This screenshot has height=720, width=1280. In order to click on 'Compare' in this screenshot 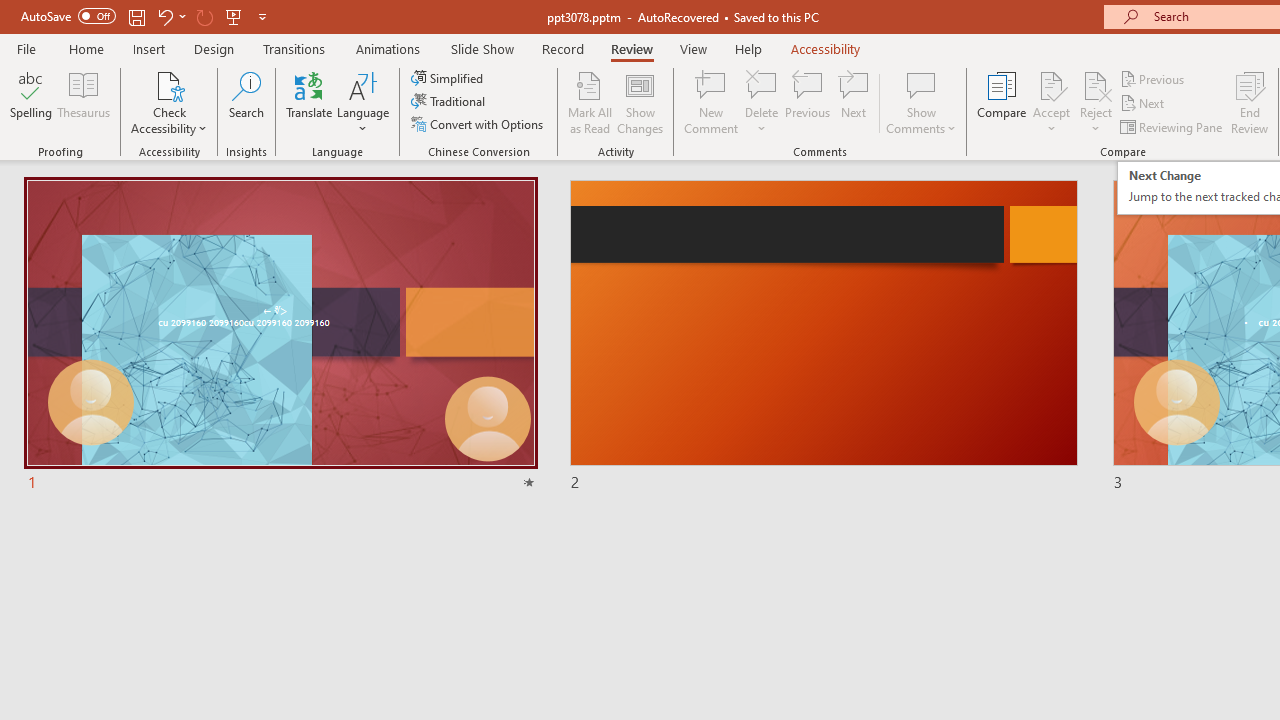, I will do `click(1002, 103)`.